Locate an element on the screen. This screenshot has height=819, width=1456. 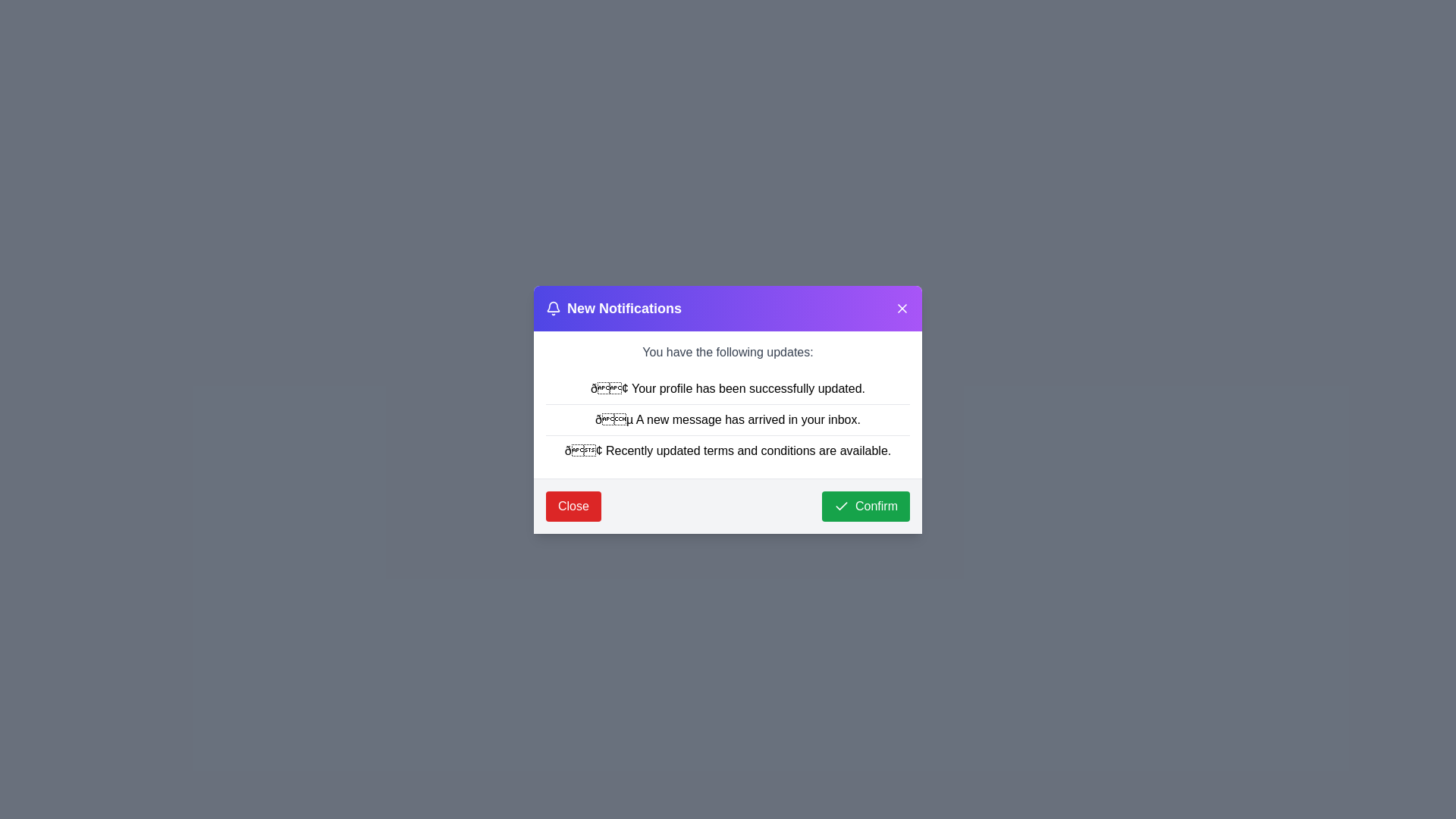
the Confirm button to confirm the notifications is located at coordinates (866, 506).